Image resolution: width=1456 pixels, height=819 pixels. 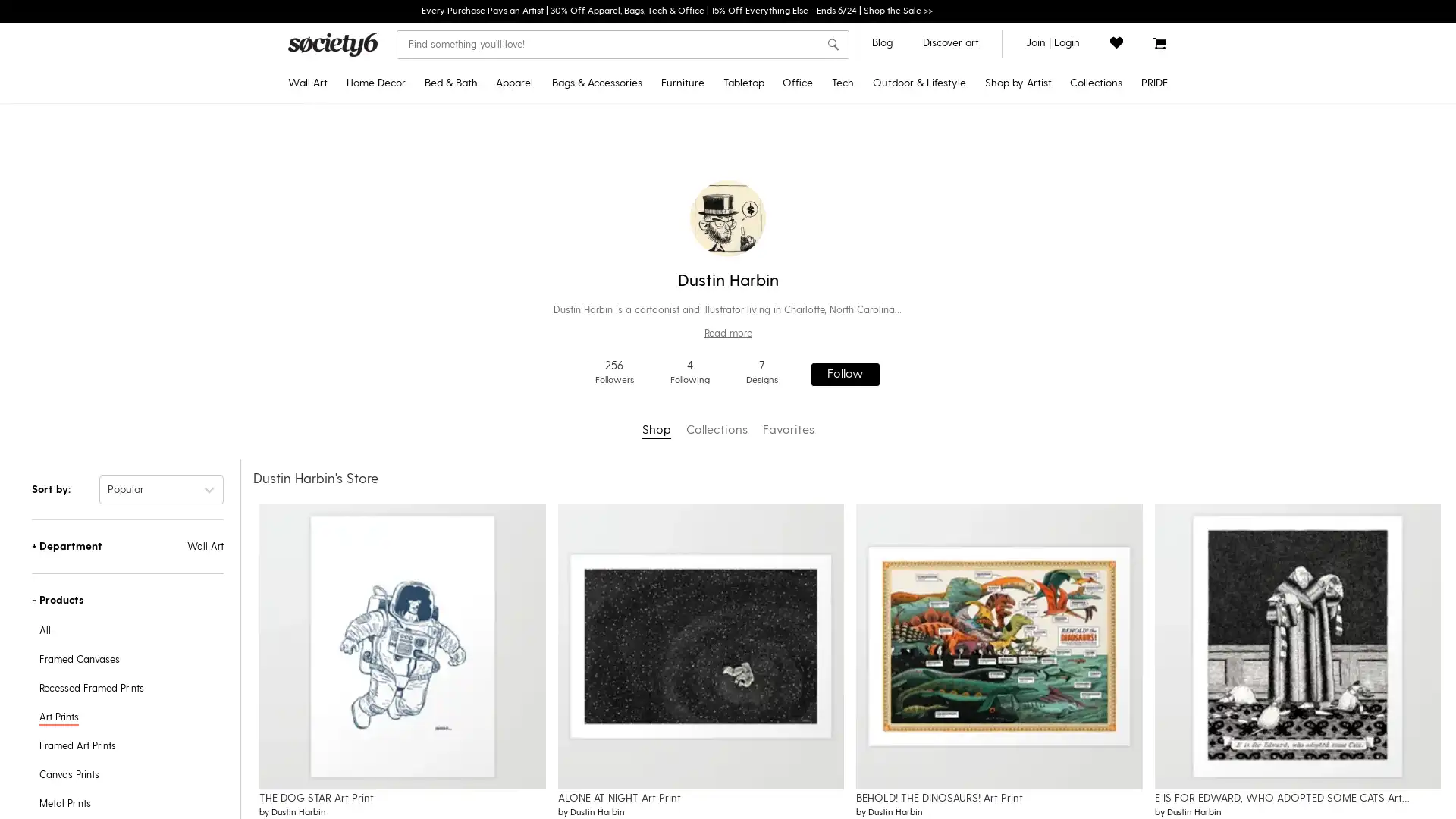 What do you see at coordinates (1040, 171) in the screenshot?
I see `2022 Home Decor Guide` at bounding box center [1040, 171].